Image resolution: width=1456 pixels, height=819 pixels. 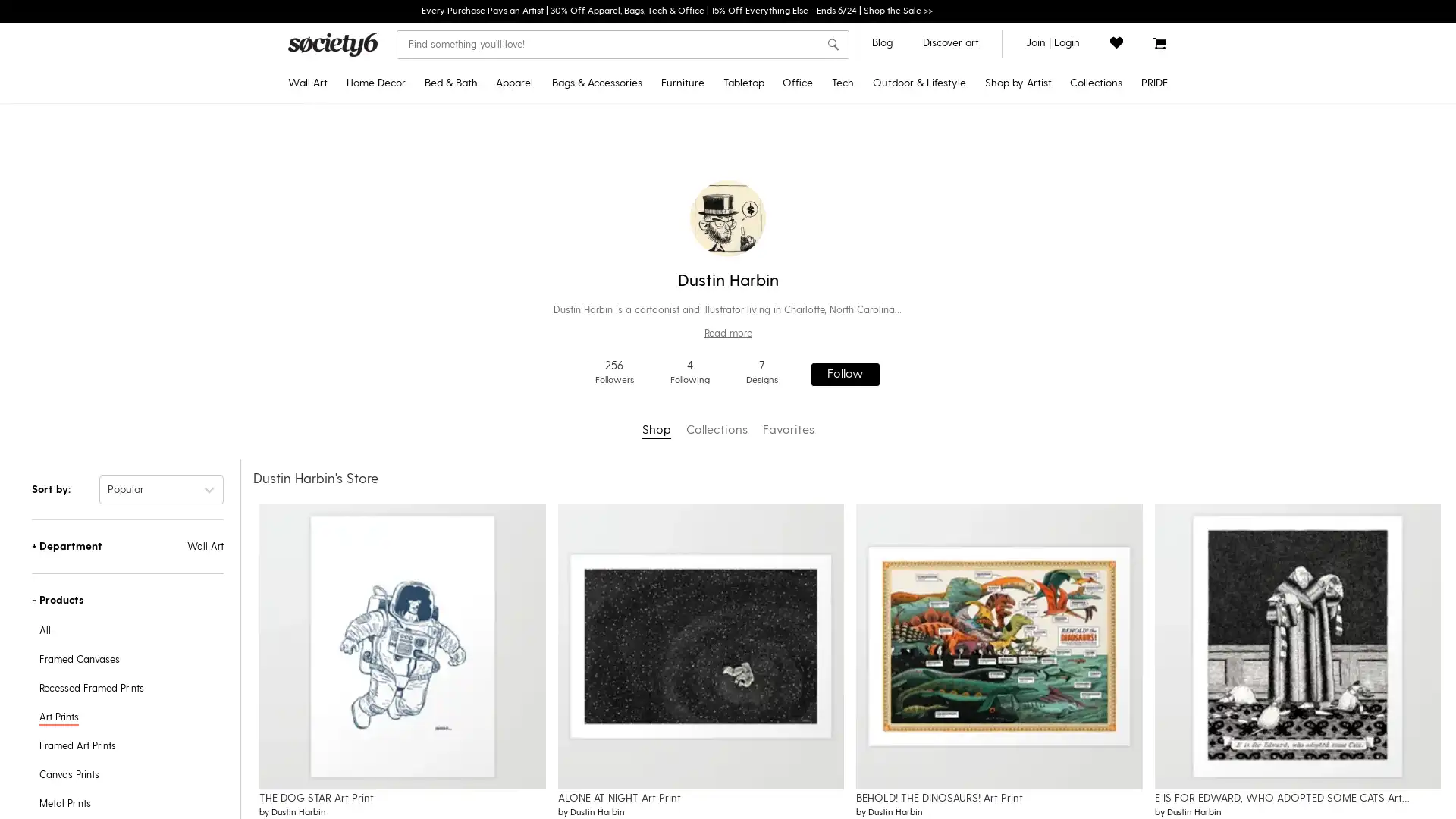 What do you see at coordinates (1040, 171) in the screenshot?
I see `2022 Home Decor Guide` at bounding box center [1040, 171].